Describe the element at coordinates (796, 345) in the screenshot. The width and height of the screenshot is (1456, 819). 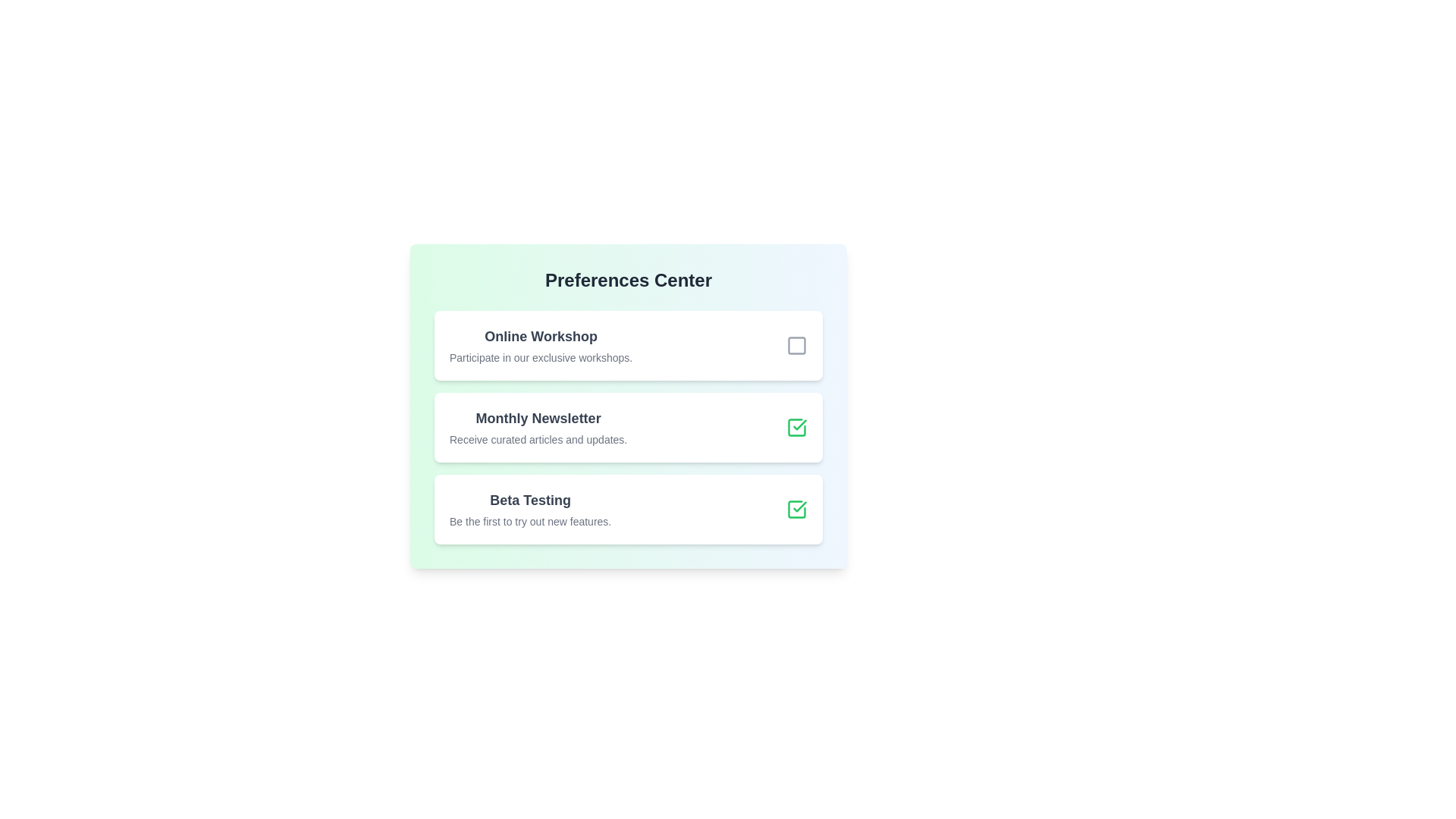
I see `the square checkbox indicator at the end of the 'Online Workshop' row` at that location.